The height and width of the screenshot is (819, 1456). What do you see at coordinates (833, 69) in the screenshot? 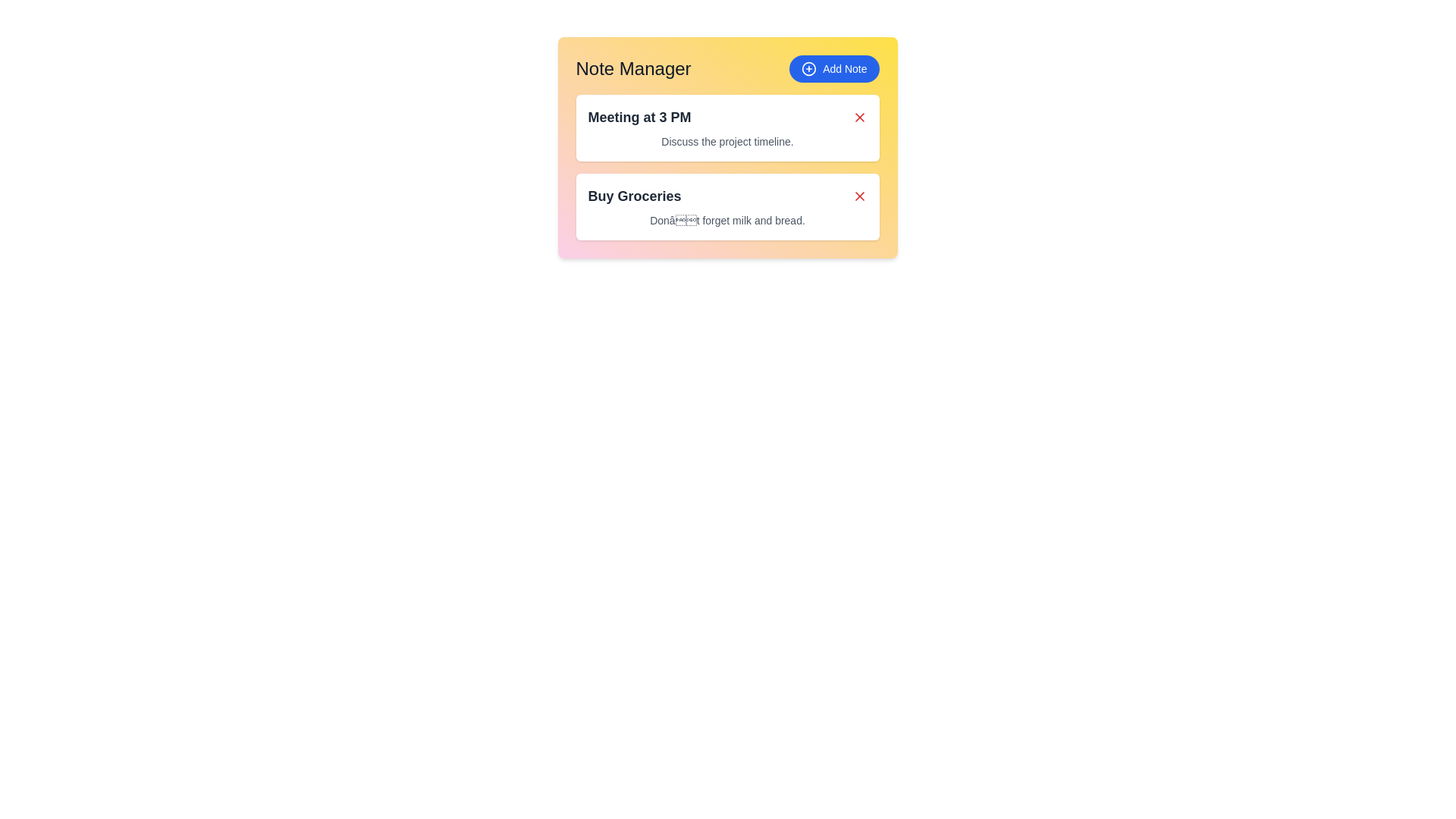
I see `the 'Add Note' button to add a new note` at bounding box center [833, 69].